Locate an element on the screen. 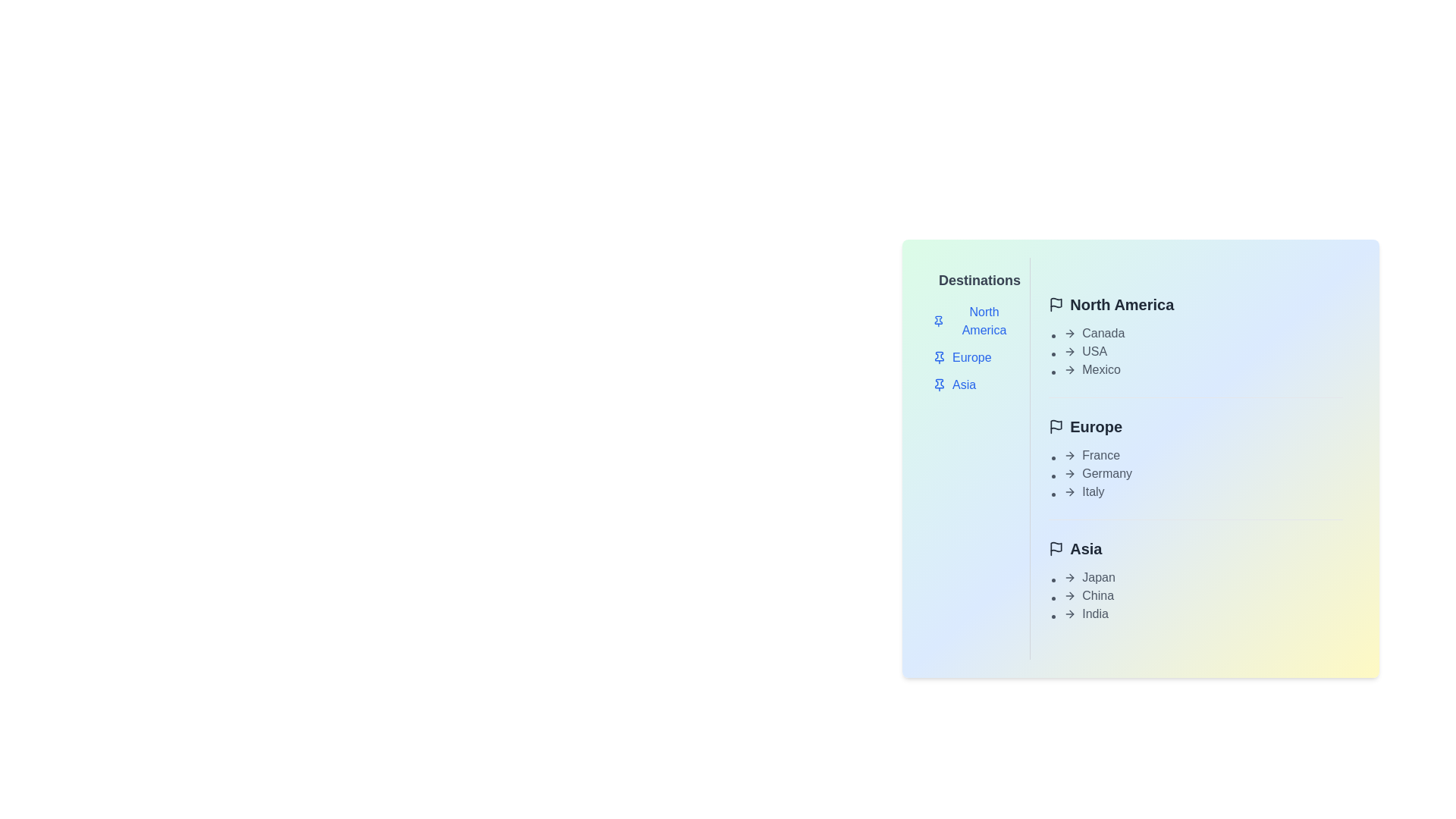 The image size is (1456, 819). the second item in the List of items with associated icons is located at coordinates (975, 348).